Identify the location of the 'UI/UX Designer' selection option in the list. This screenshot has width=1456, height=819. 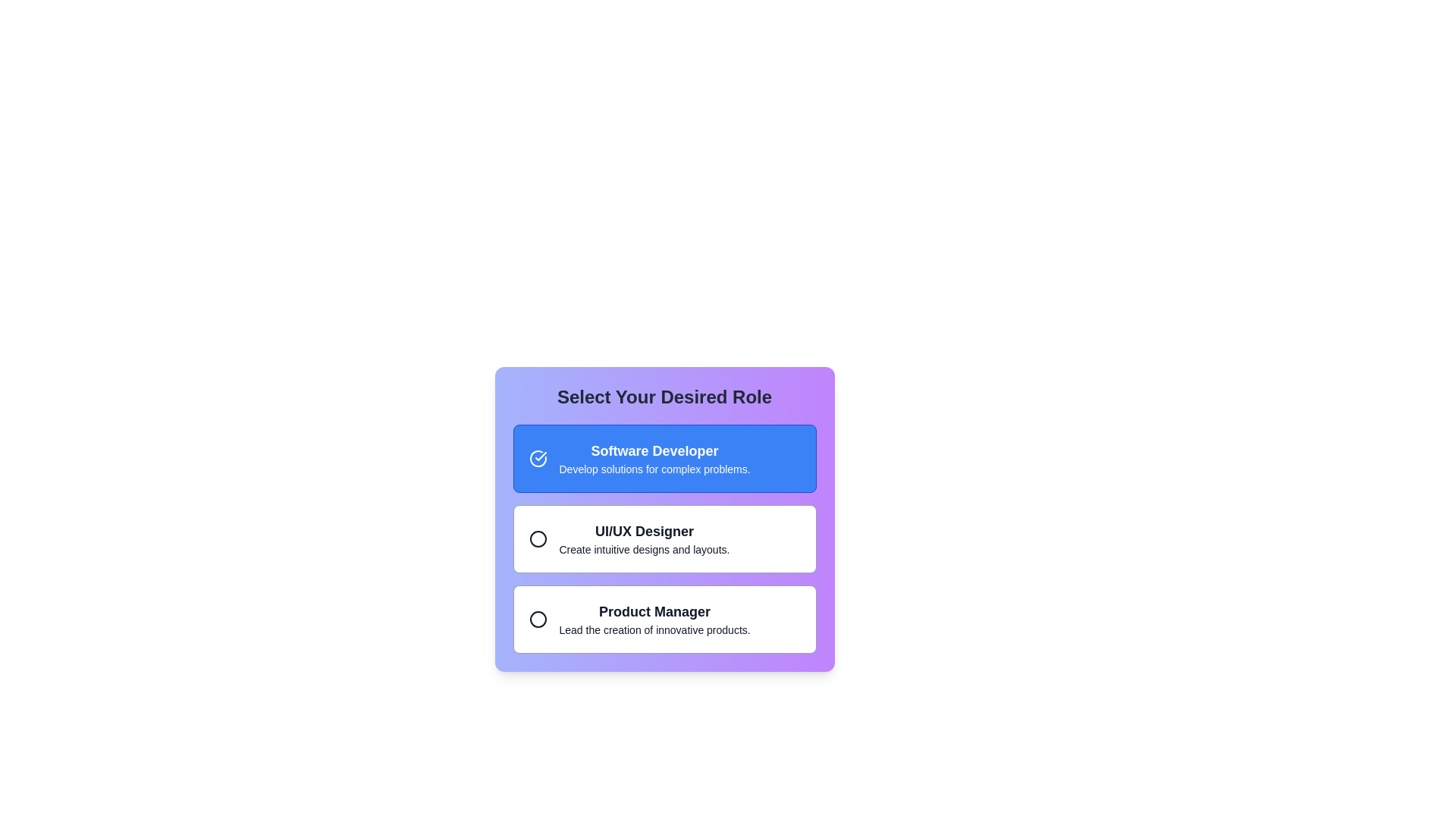
(664, 538).